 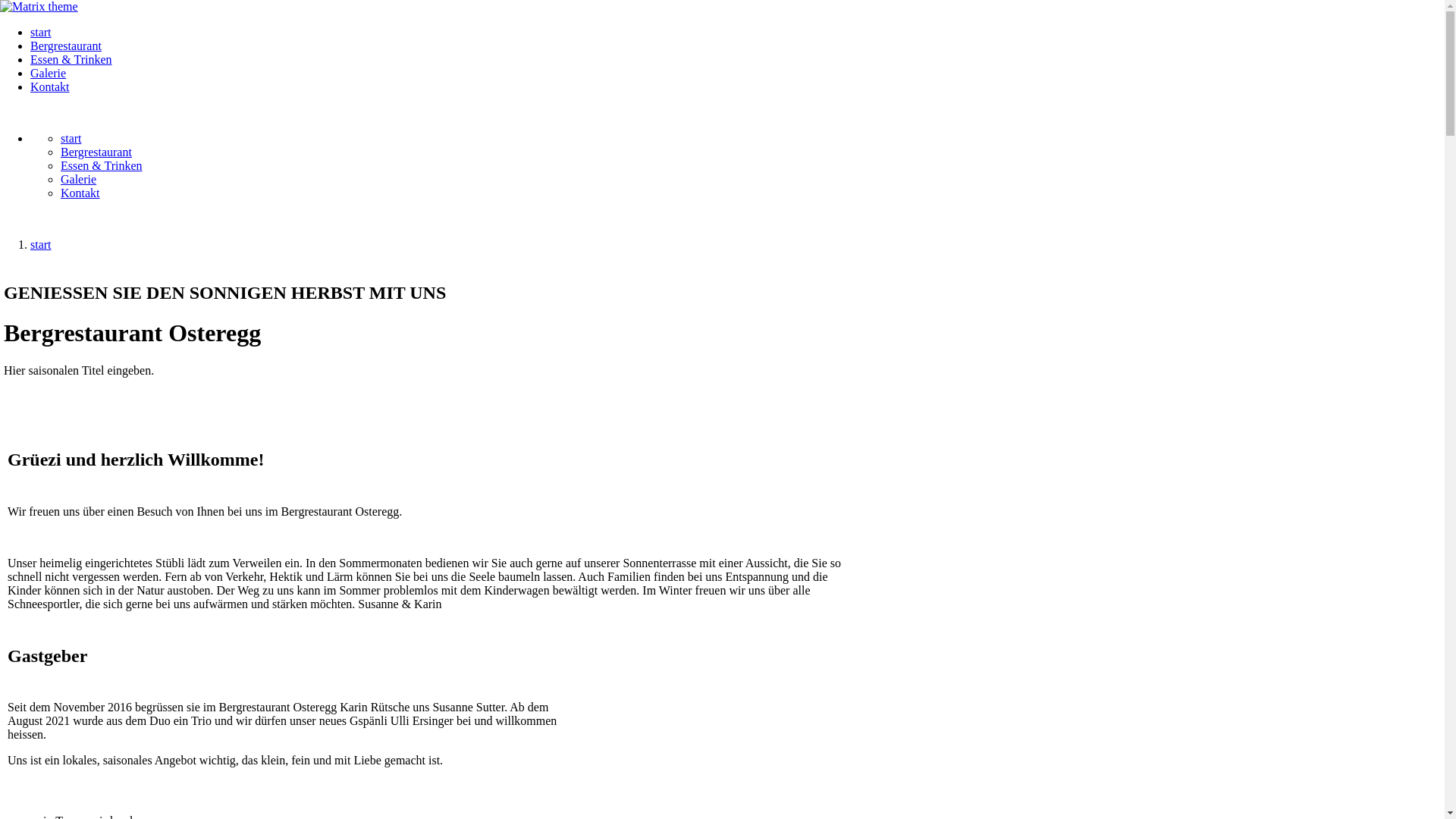 I want to click on 'Galerie', so click(x=48, y=73).